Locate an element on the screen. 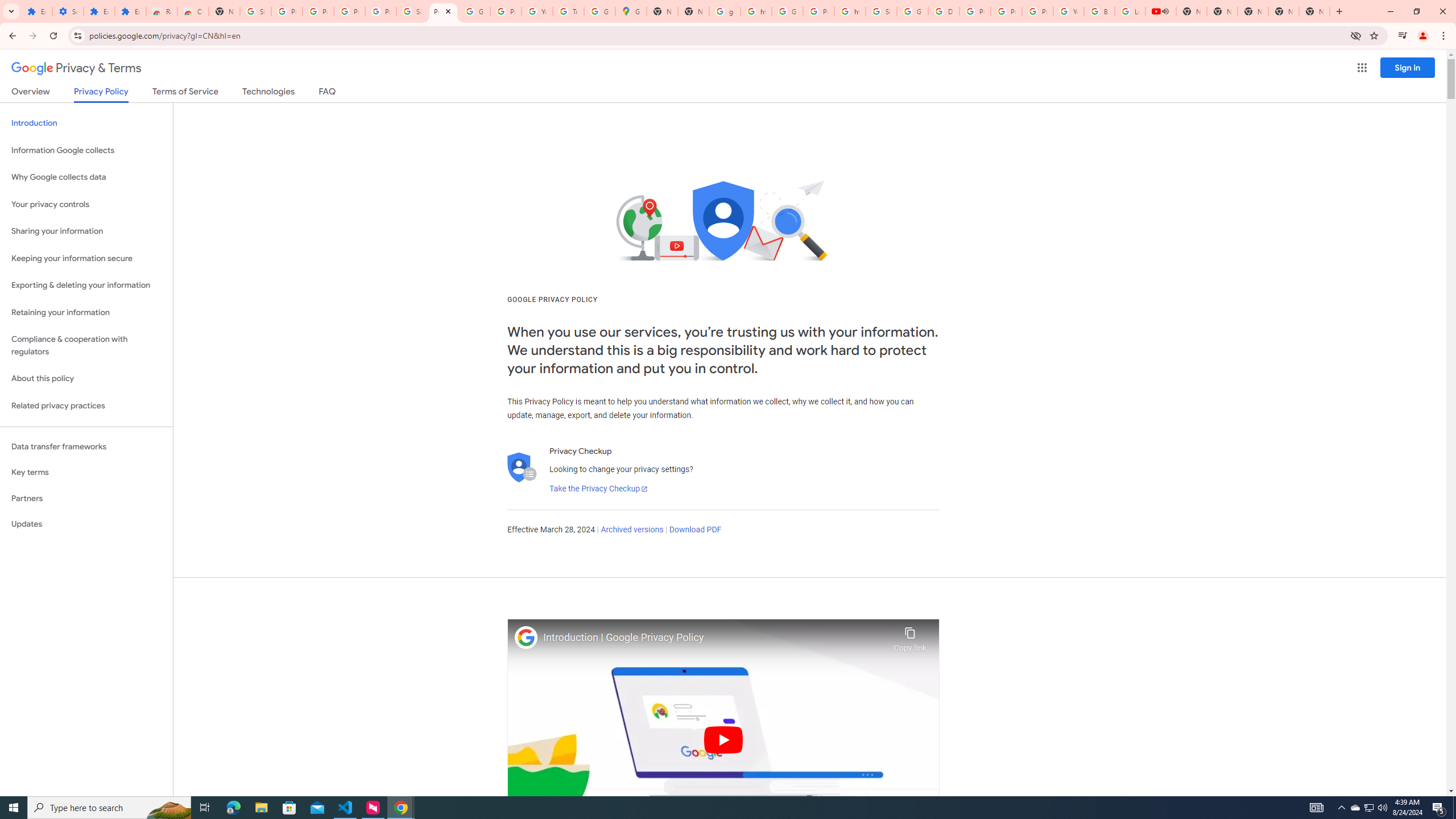 Image resolution: width=1456 pixels, height=819 pixels. 'Settings' is located at coordinates (67, 11).